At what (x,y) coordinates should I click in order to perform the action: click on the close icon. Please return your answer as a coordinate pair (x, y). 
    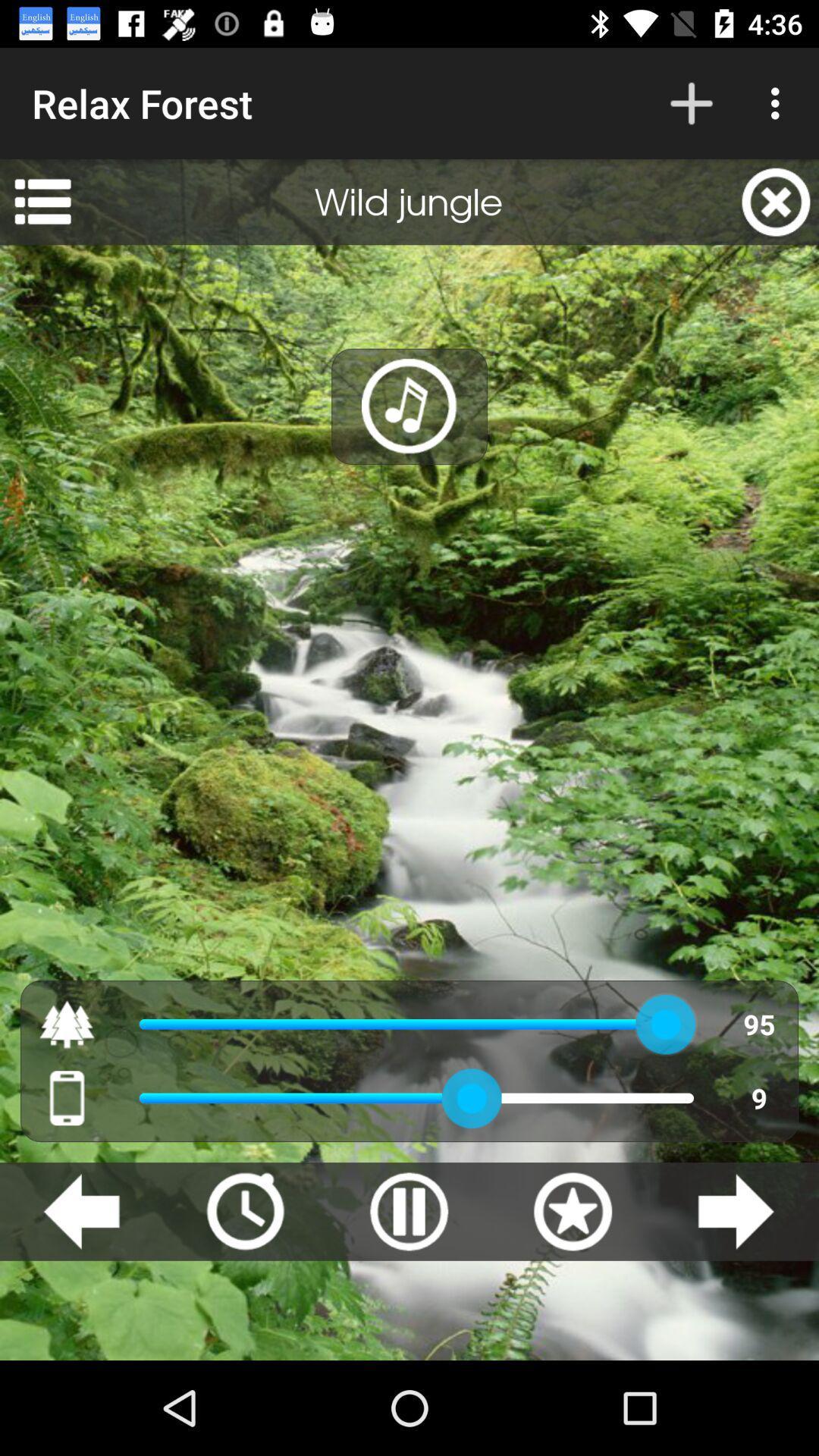
    Looking at the image, I should click on (776, 201).